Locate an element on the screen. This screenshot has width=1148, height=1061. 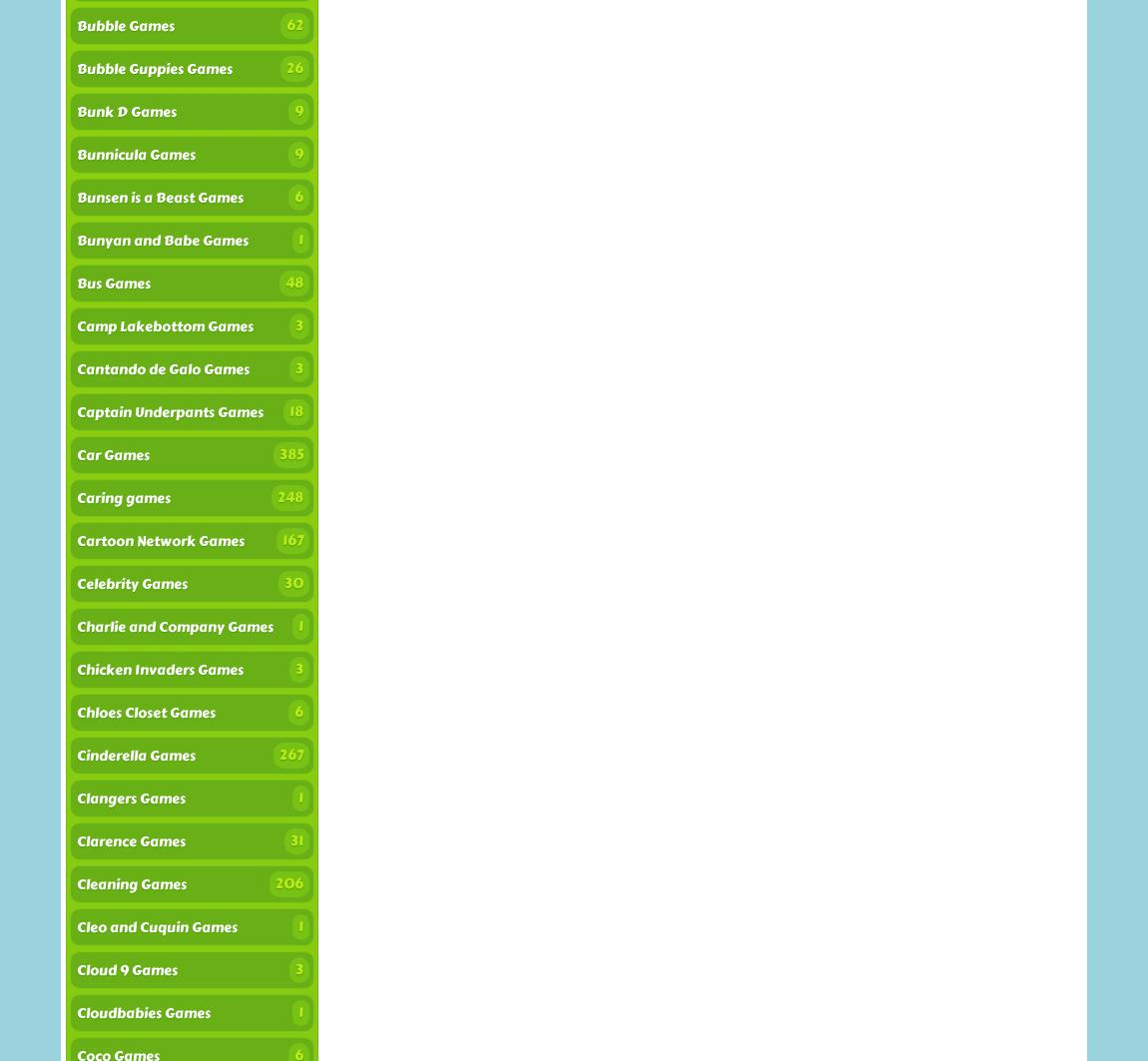
'Chloes Closet Games' is located at coordinates (145, 712).